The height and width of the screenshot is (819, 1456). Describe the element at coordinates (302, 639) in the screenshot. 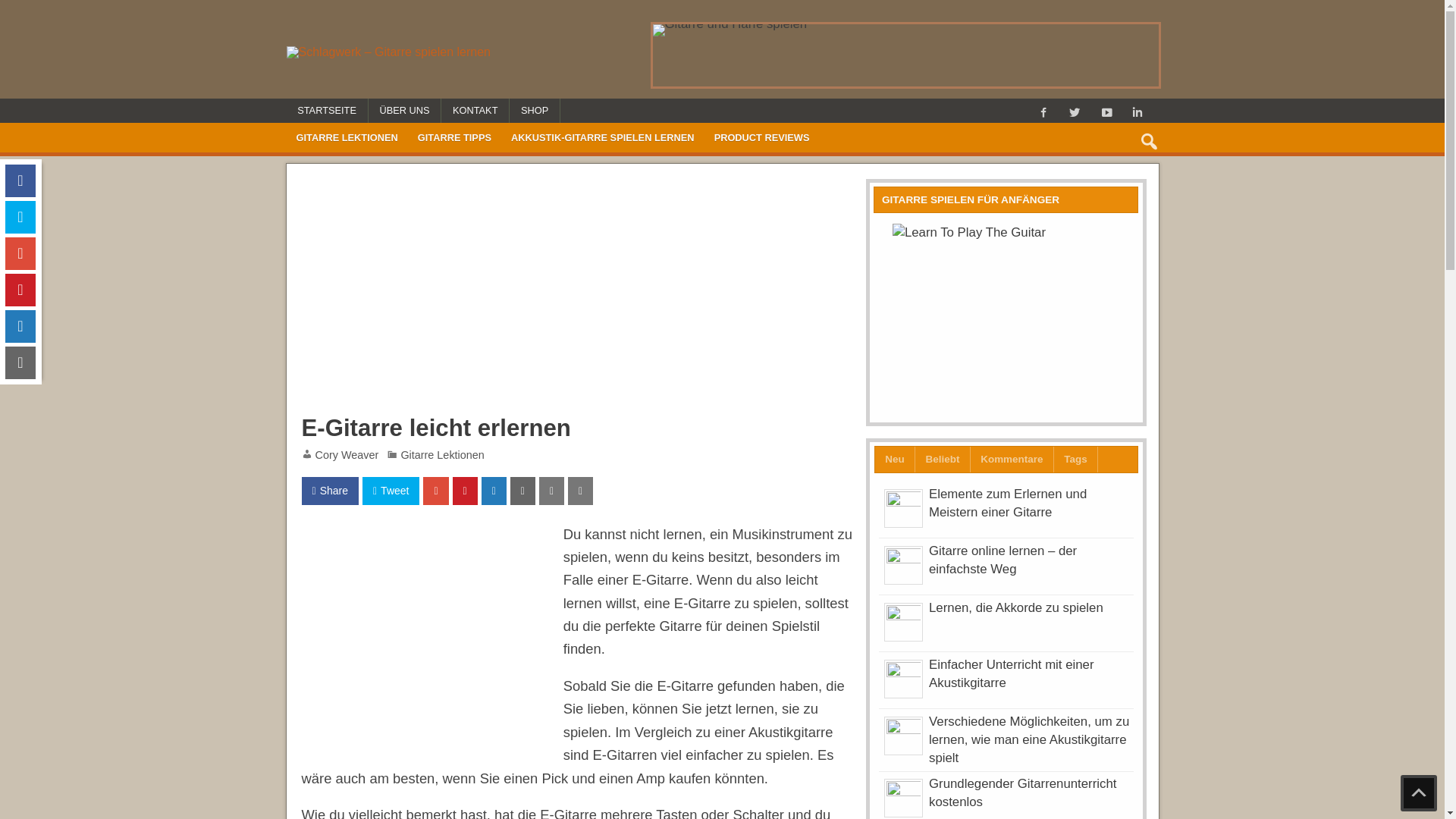

I see `'Advertisement'` at that location.